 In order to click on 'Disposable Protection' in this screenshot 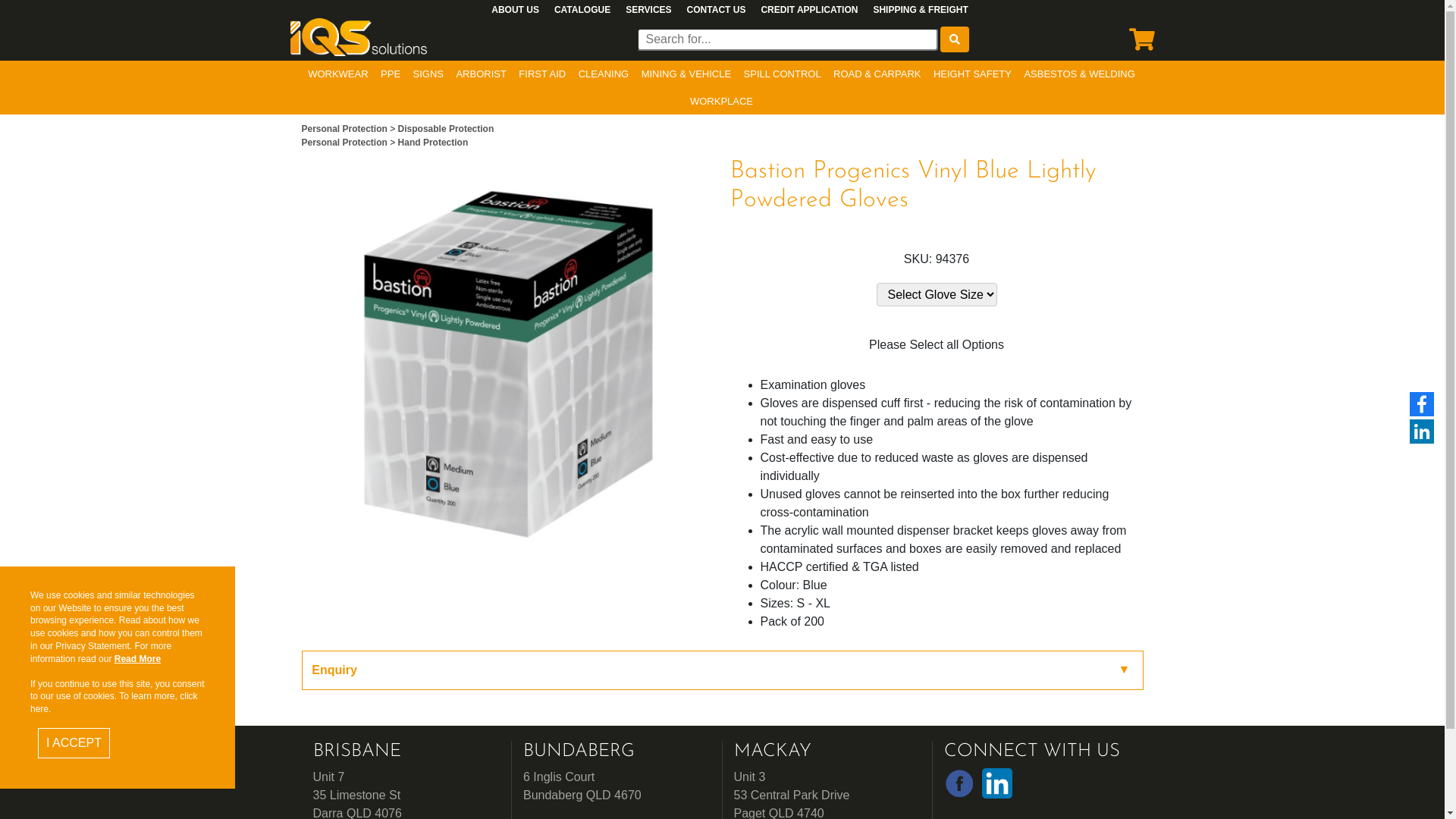, I will do `click(445, 127)`.